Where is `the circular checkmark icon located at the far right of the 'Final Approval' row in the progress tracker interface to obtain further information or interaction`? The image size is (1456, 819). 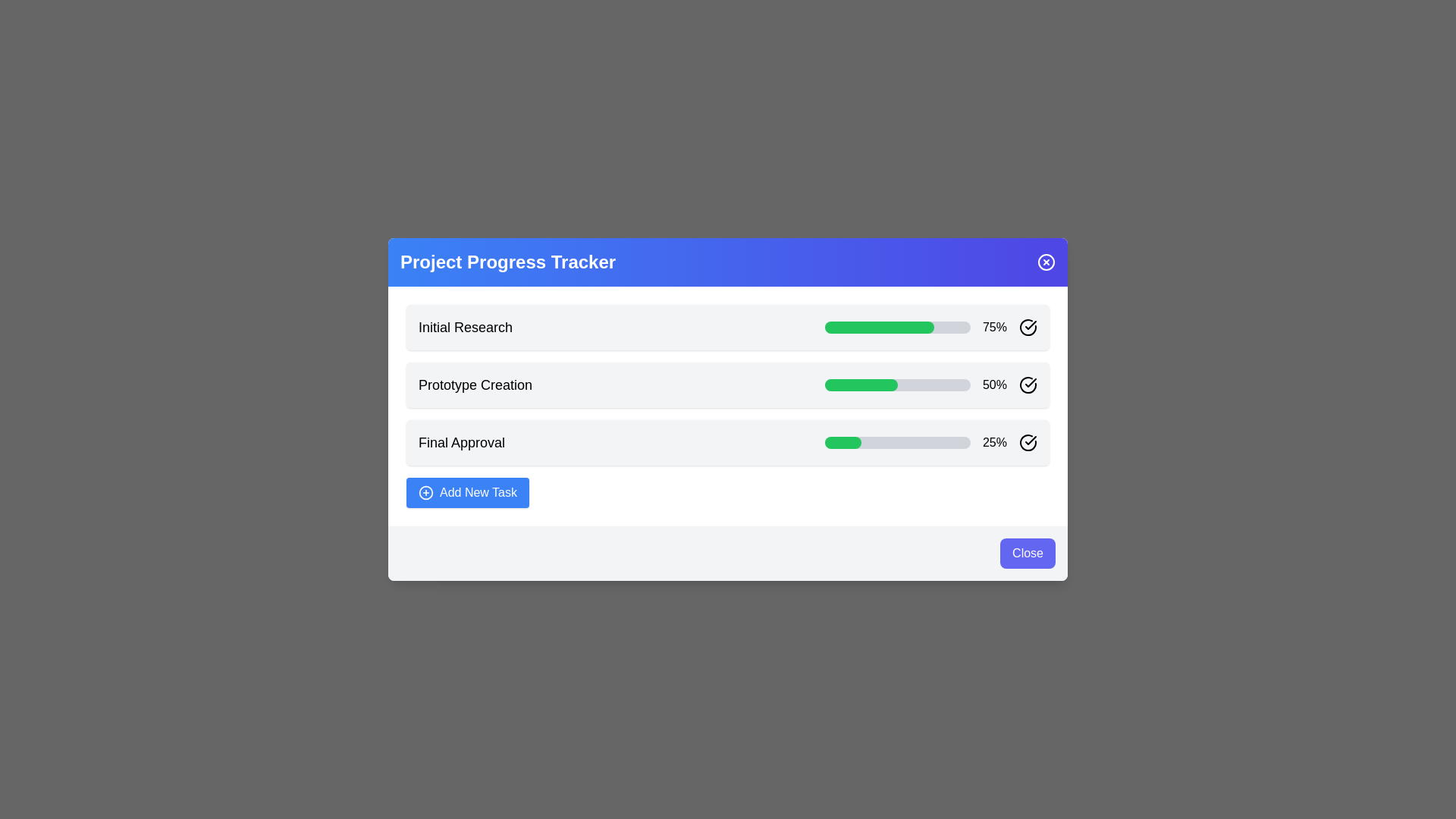
the circular checkmark icon located at the far right of the 'Final Approval' row in the progress tracker interface to obtain further information or interaction is located at coordinates (1028, 442).